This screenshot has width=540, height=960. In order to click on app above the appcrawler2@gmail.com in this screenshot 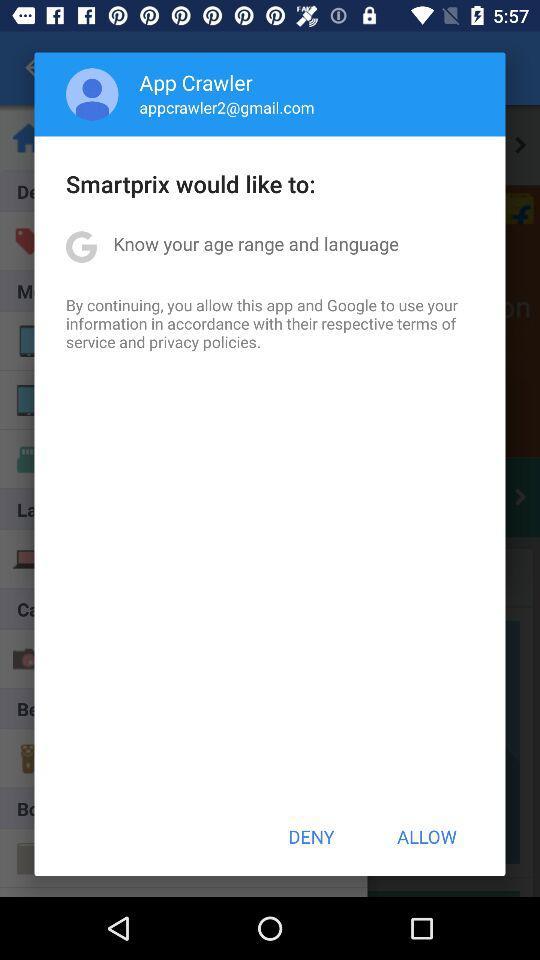, I will do `click(196, 82)`.